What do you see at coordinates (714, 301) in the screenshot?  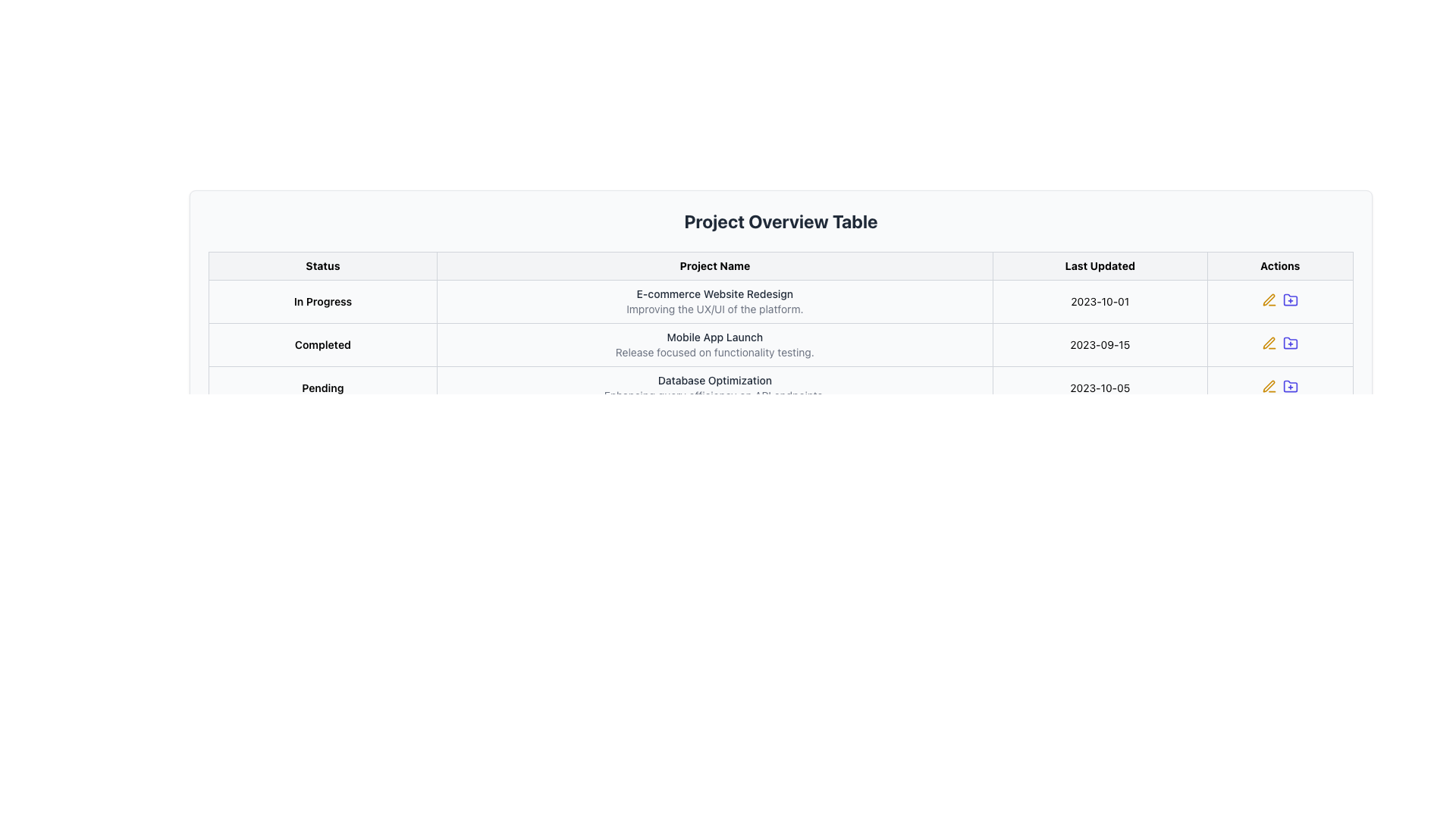 I see `text content of the 'E-commerce Website Redesign' title and its subtitle 'Improving the UX/UI of the platform.' from the Text Display Element in the 'Project Name' column under the 'In Progress' row` at bounding box center [714, 301].